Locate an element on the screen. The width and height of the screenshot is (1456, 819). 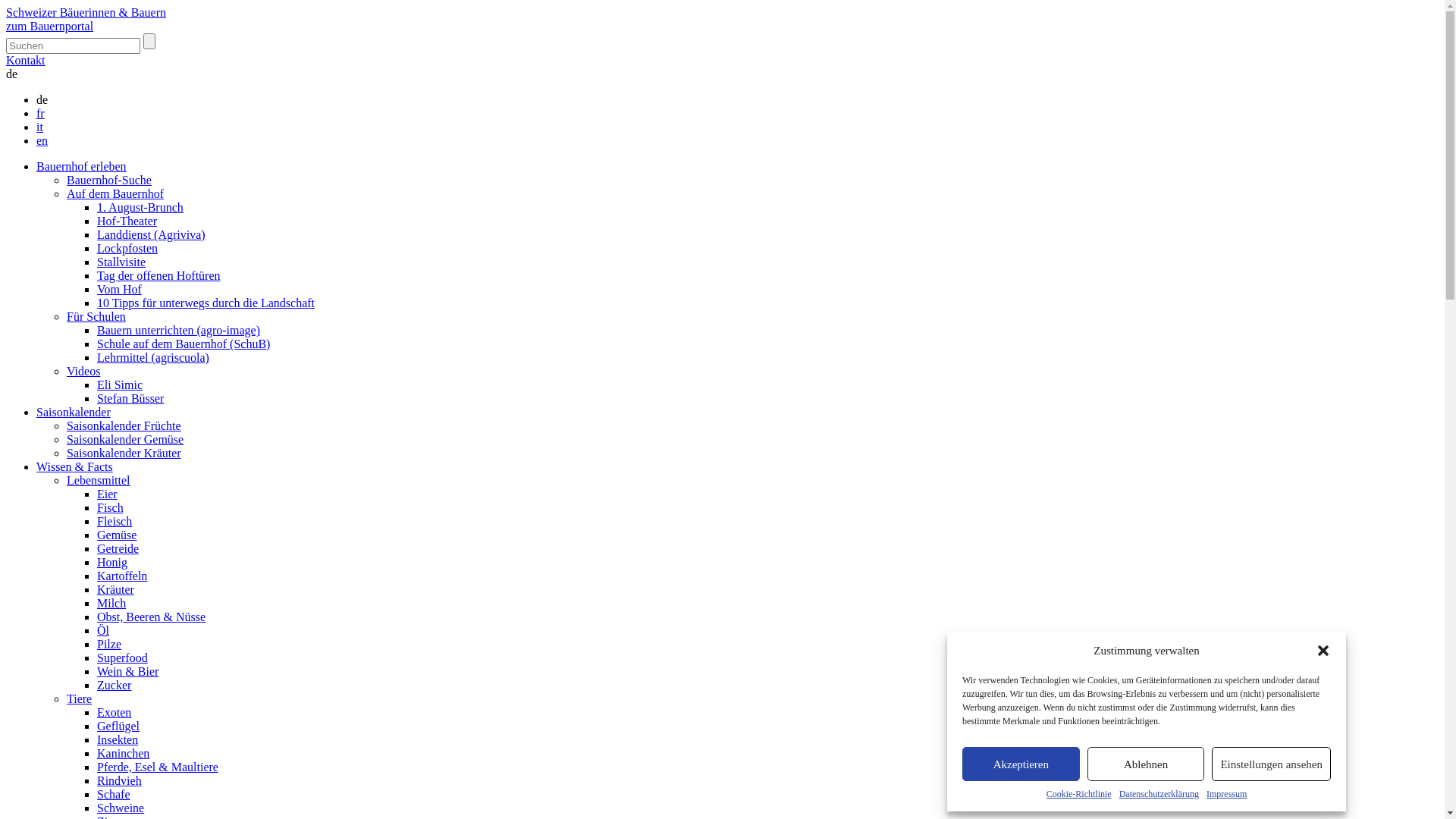
'Bauern unterrichten (agro-image)' is located at coordinates (178, 329).